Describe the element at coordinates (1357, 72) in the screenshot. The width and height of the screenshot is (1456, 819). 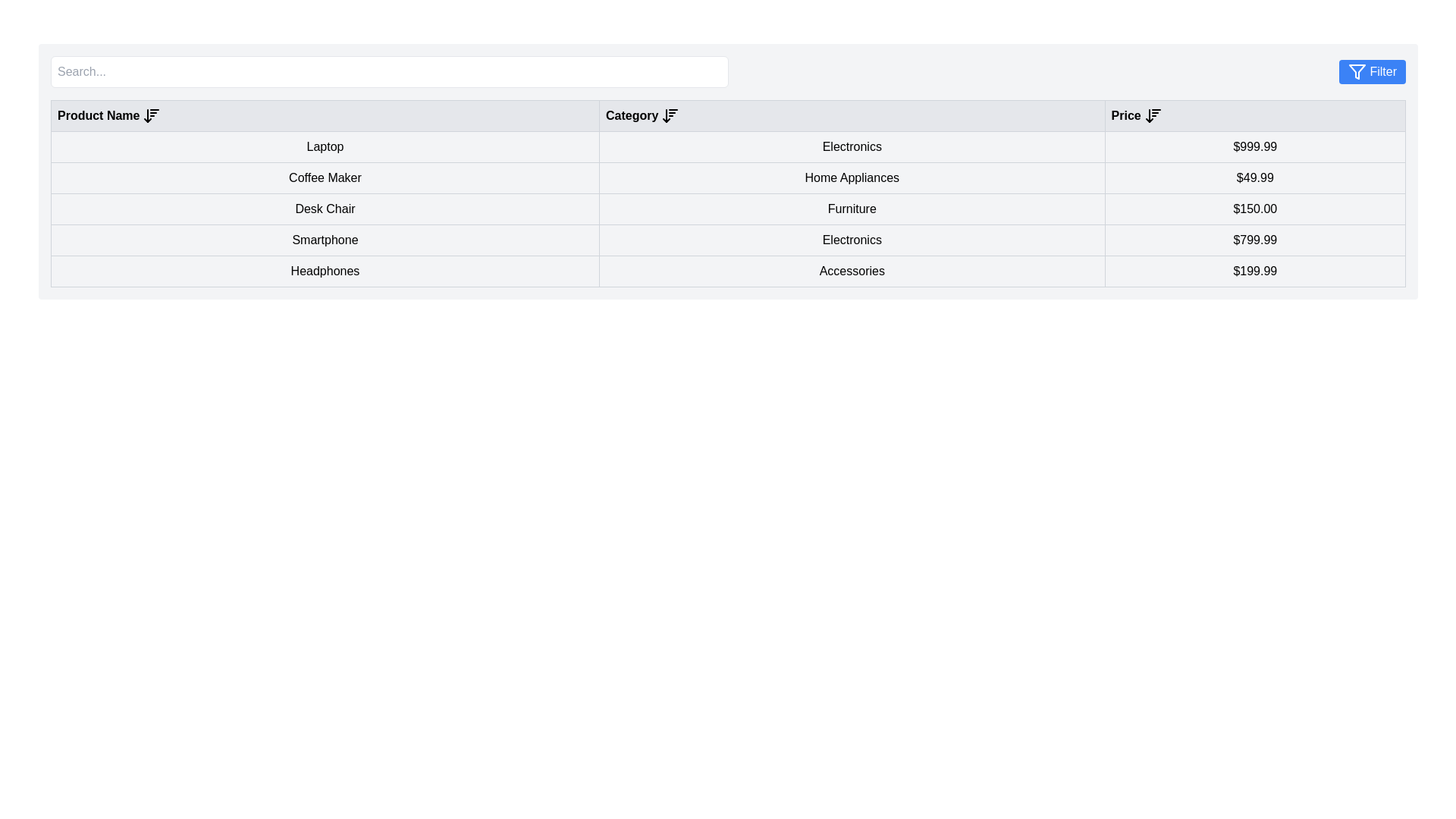
I see `the small triangular icon indicating a filtering action, located in the top-right corner of the interface` at that location.